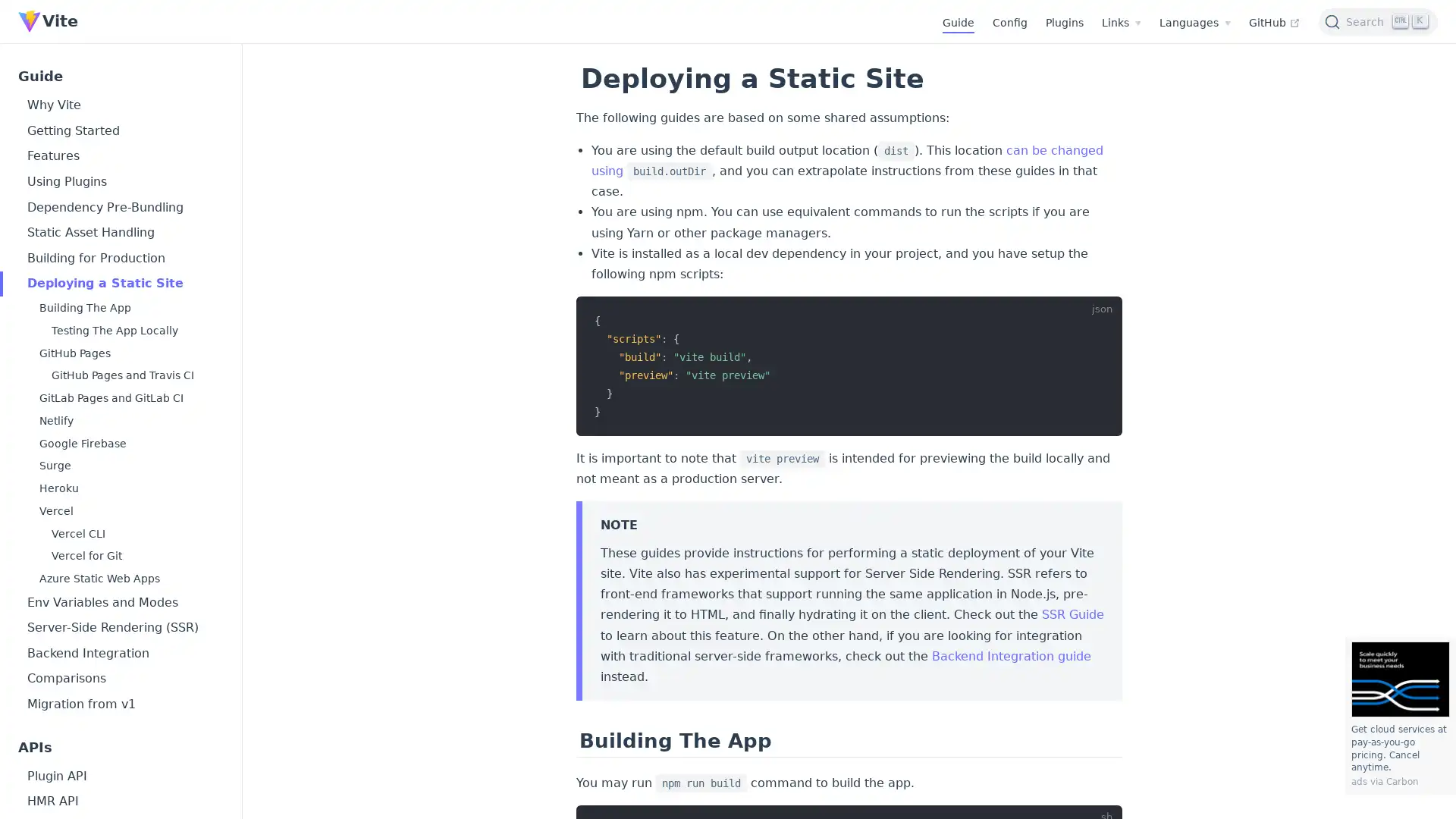 The image size is (1456, 819). Describe the element at coordinates (1121, 23) in the screenshot. I see `Links` at that location.